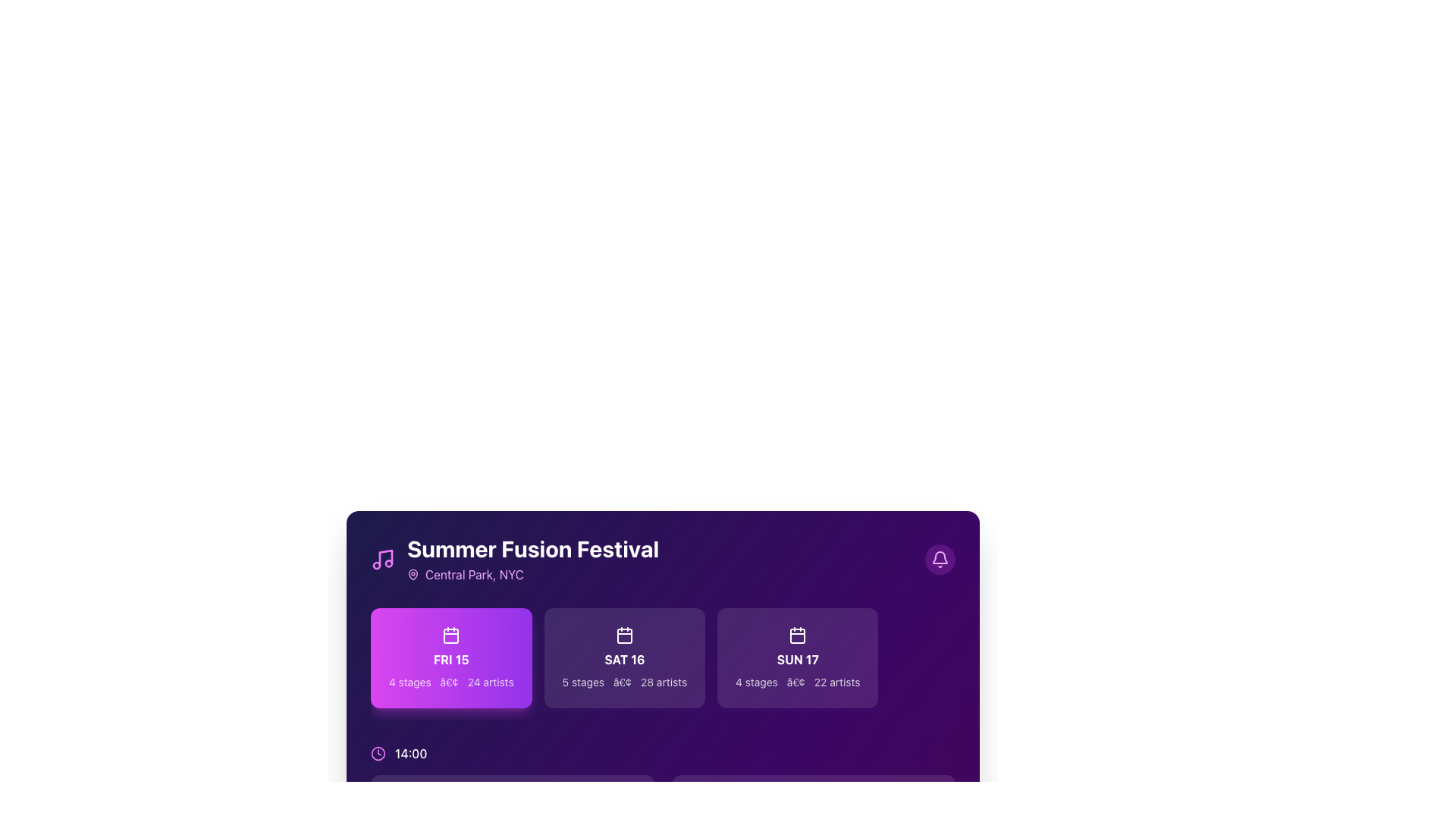  What do you see at coordinates (797, 636) in the screenshot?
I see `the calendar icon representing 'SUN 17' located in the rightmost box of day labels` at bounding box center [797, 636].